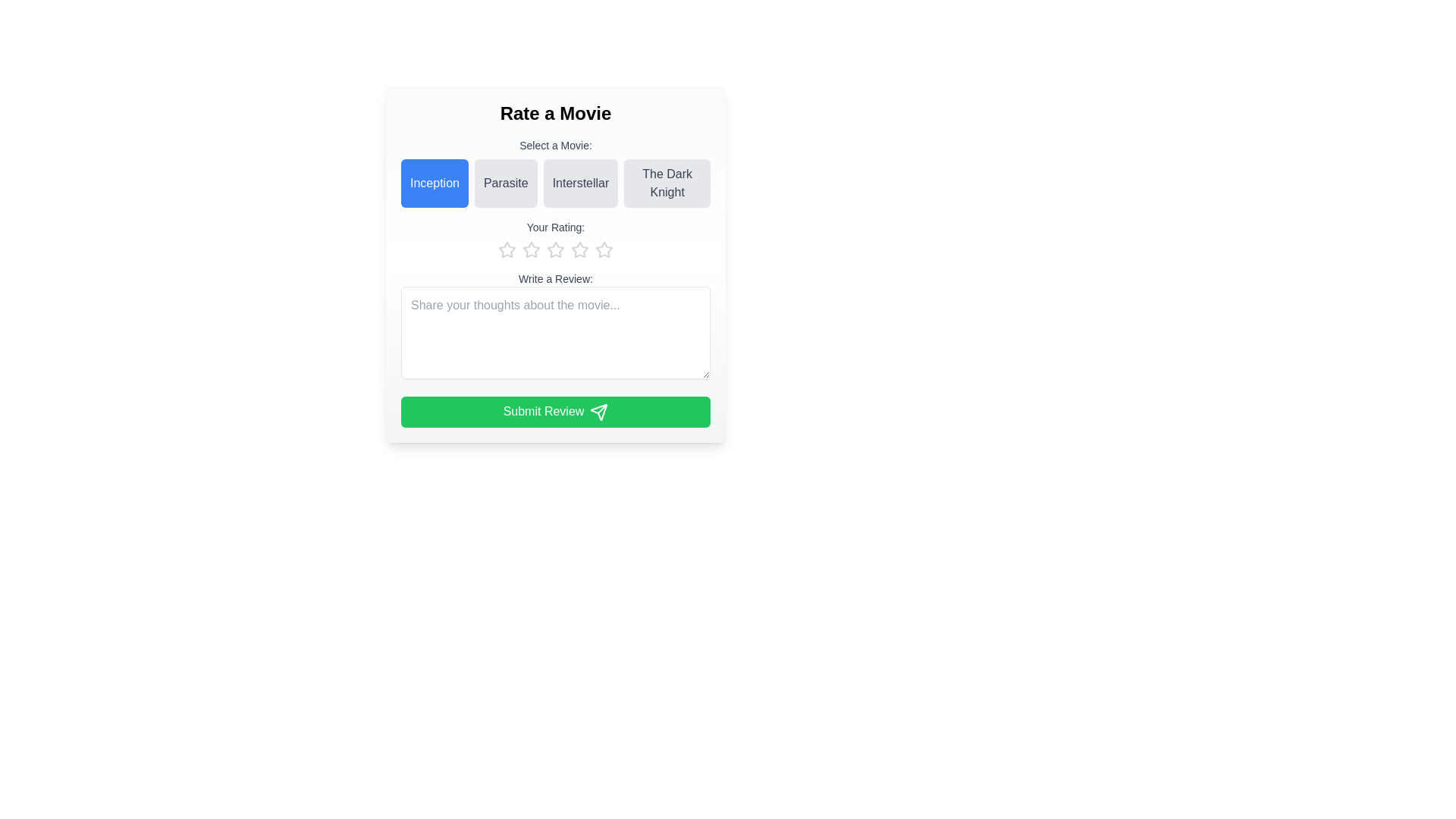  Describe the element at coordinates (555, 239) in the screenshot. I see `individual stars in the rating control to provide a rating by clicking on them` at that location.